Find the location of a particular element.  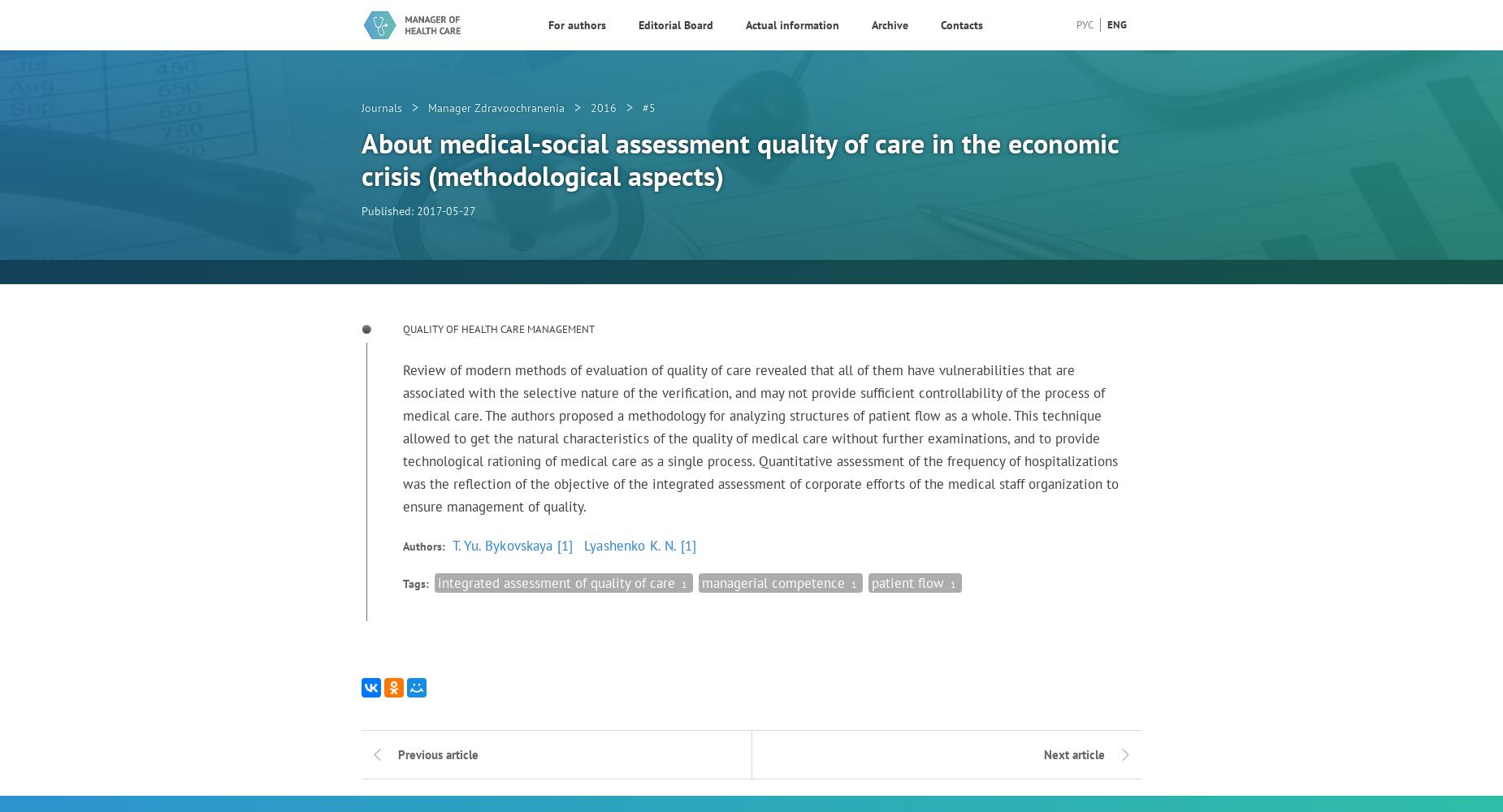

'#5' is located at coordinates (643, 108).